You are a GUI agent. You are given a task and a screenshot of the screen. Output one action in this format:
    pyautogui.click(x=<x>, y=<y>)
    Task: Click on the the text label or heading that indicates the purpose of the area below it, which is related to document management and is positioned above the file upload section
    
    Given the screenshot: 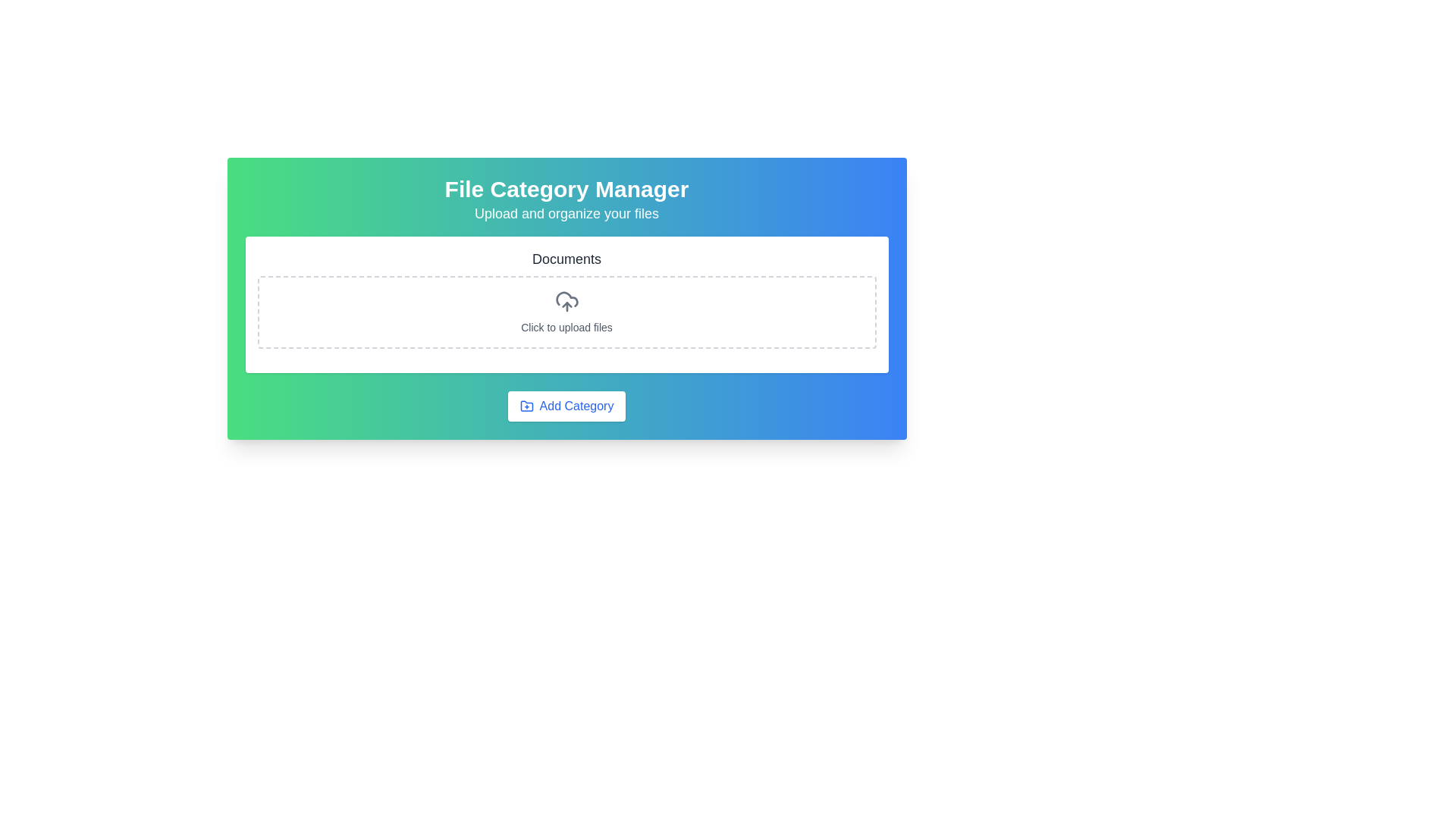 What is the action you would take?
    pyautogui.click(x=566, y=259)
    